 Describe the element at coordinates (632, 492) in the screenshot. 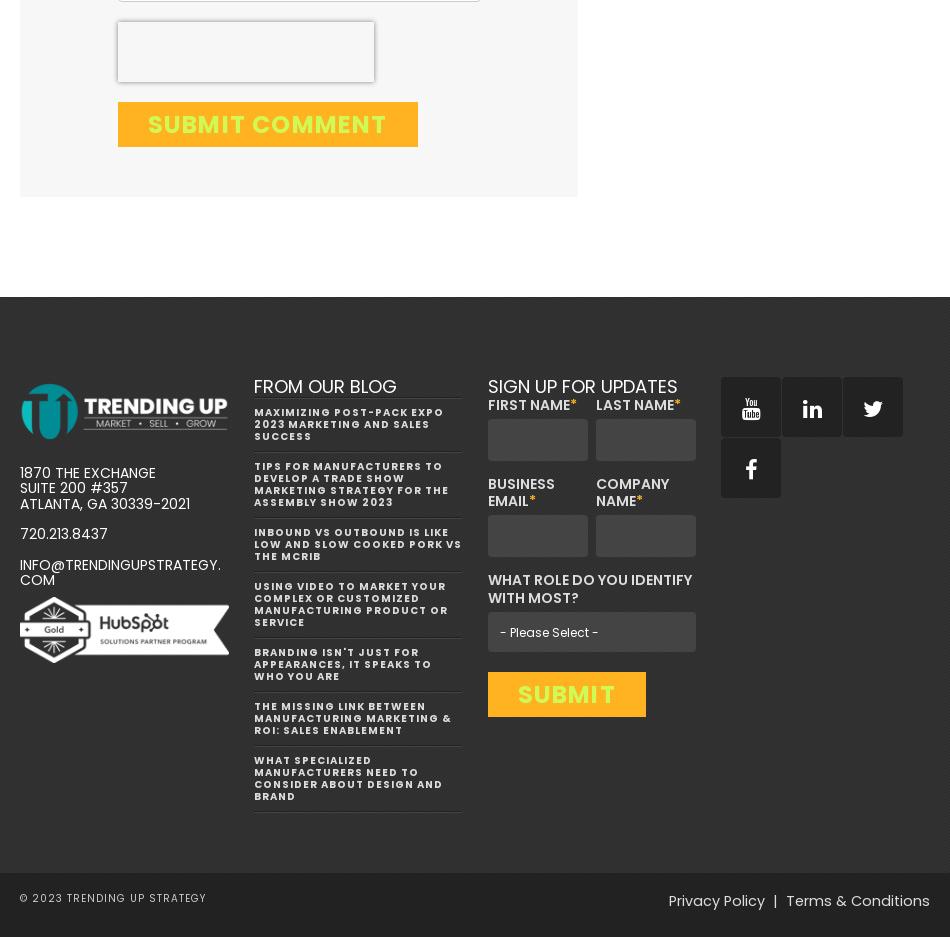

I see `'COMPANY NAME'` at that location.